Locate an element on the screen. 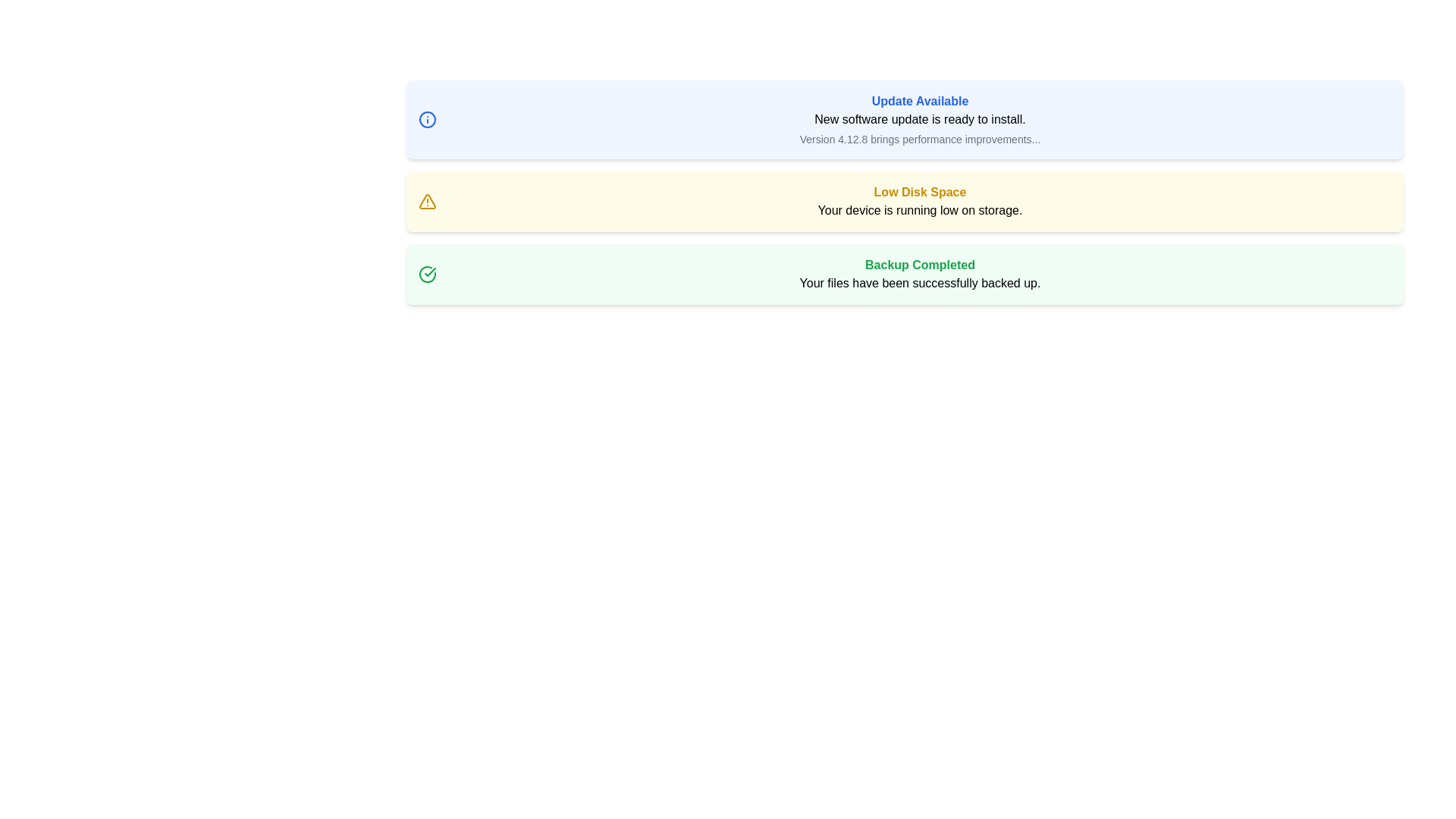 This screenshot has width=1456, height=819. text block styled in a small gray font that reads 'Version 4.12.8 brings performance improvements...', located under the 'Update Available' title and the subtitle 'New software update is ready to install.' is located at coordinates (919, 140).